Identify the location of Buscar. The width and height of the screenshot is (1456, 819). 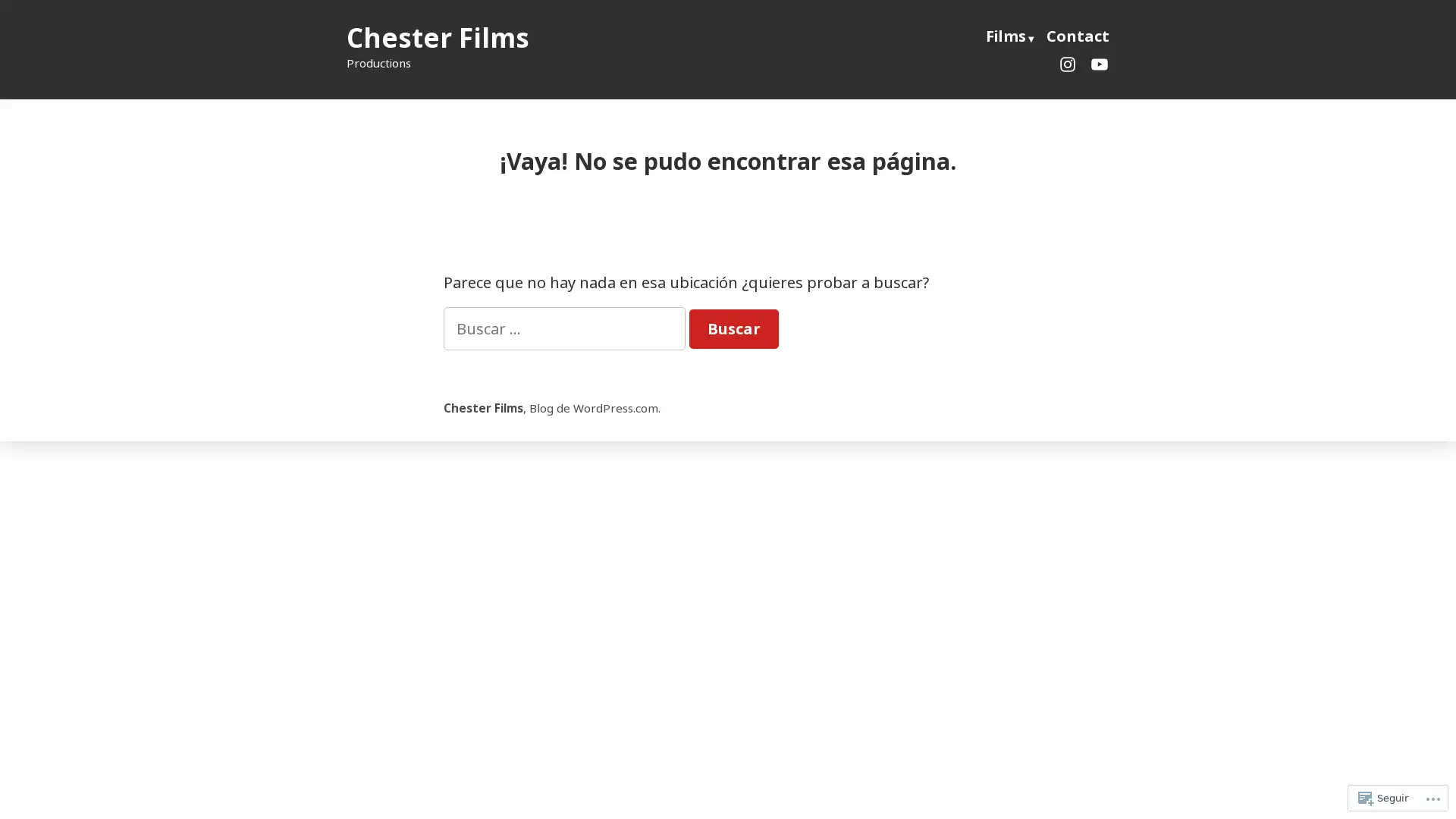
(734, 328).